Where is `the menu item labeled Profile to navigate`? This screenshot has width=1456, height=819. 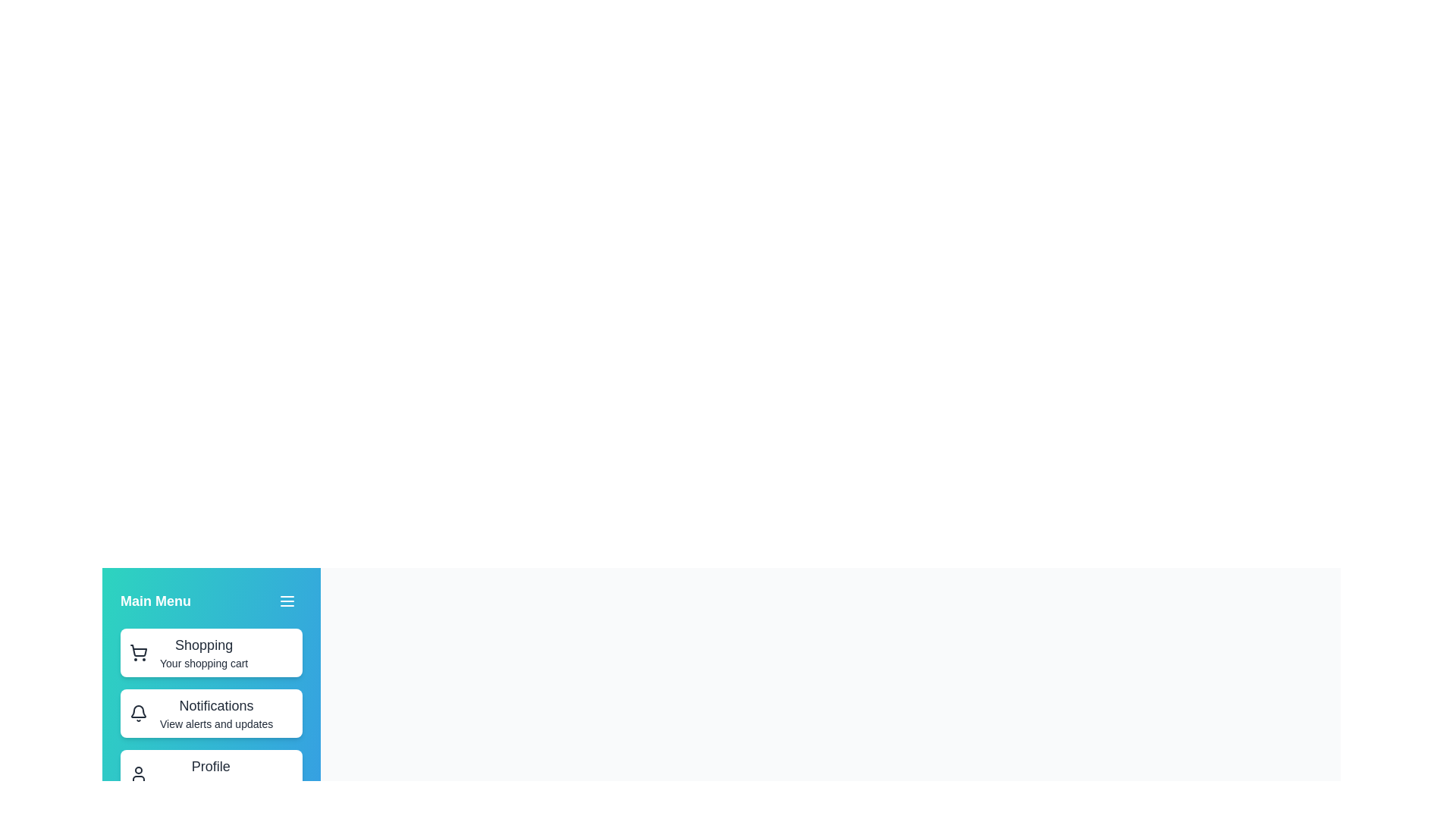
the menu item labeled Profile to navigate is located at coordinates (210, 774).